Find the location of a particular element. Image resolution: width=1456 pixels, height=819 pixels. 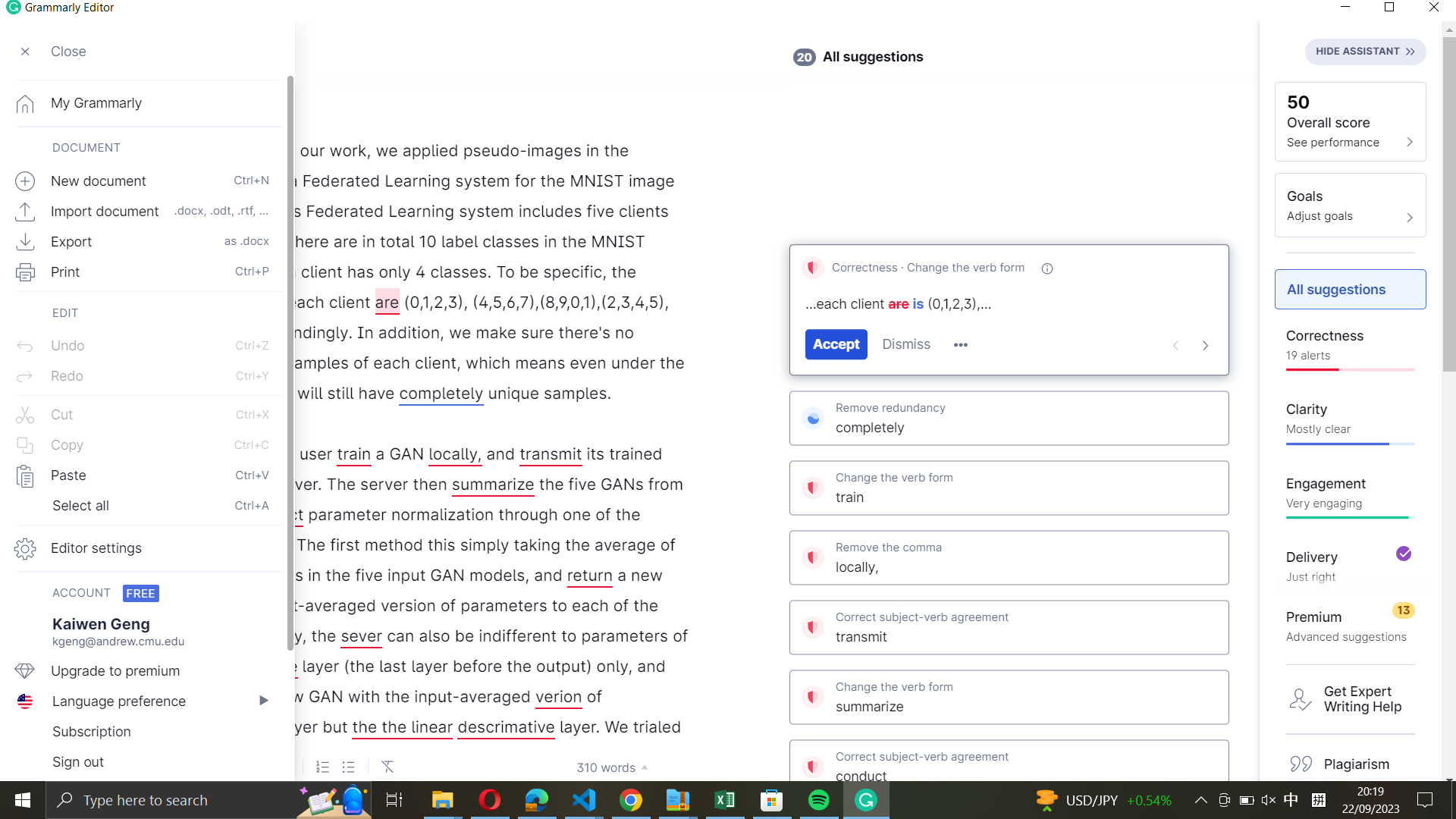

Sign out of the editor is located at coordinates (146, 764).